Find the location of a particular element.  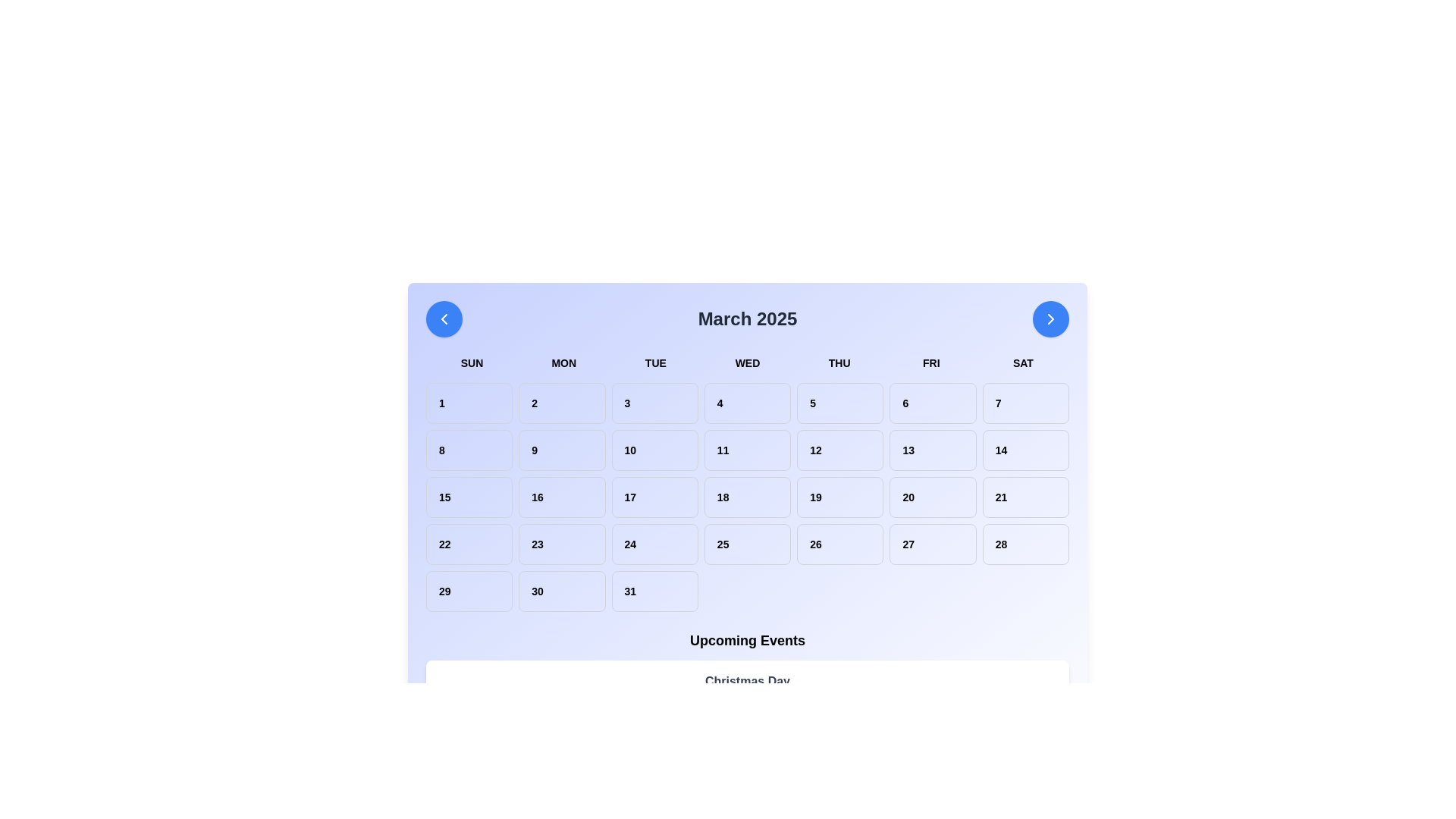

bold numeral '24' displayed in black font within the calendar grid under 'TUE' for Tuesday is located at coordinates (654, 543).